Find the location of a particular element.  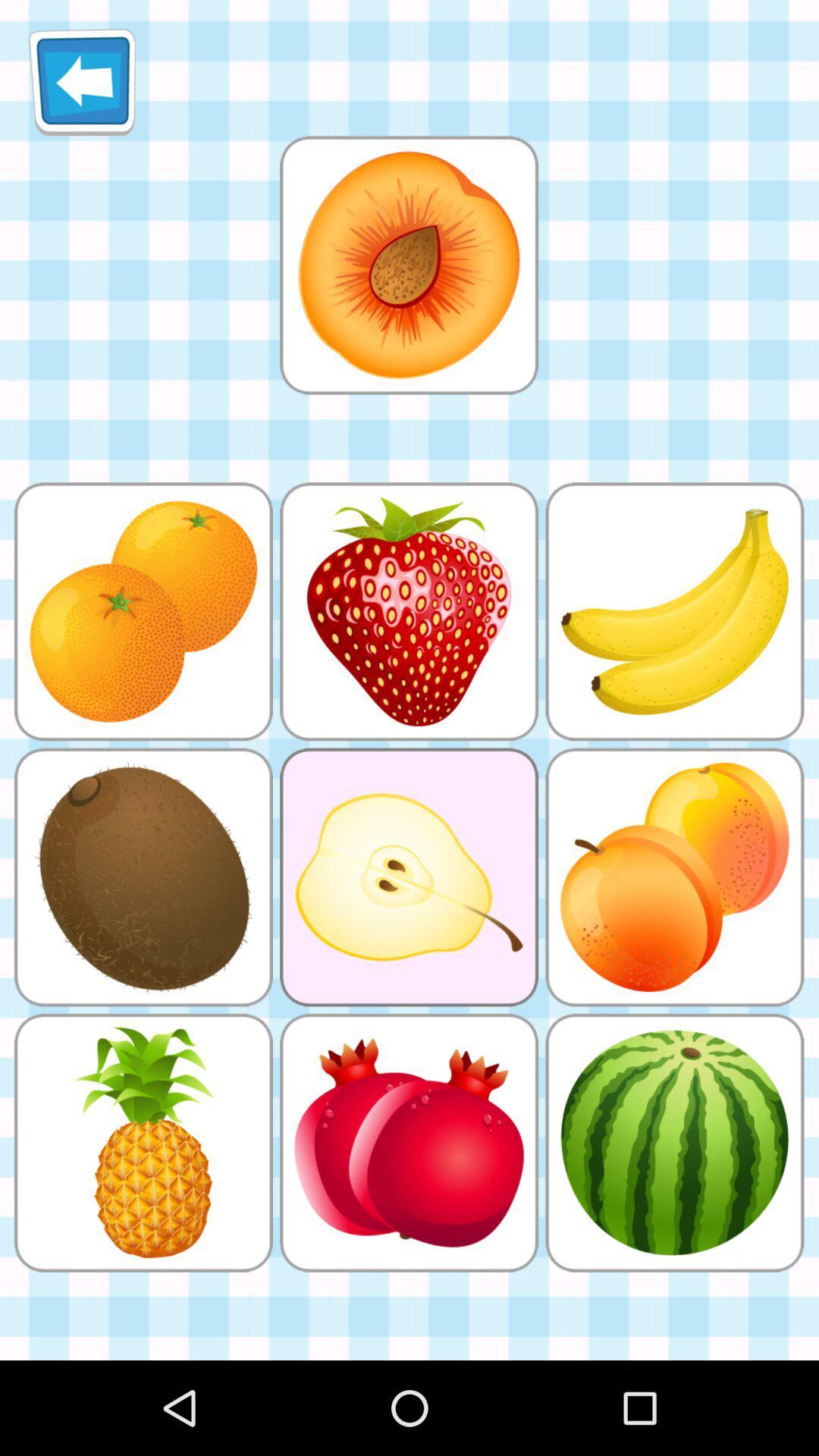

open it is located at coordinates (408, 265).